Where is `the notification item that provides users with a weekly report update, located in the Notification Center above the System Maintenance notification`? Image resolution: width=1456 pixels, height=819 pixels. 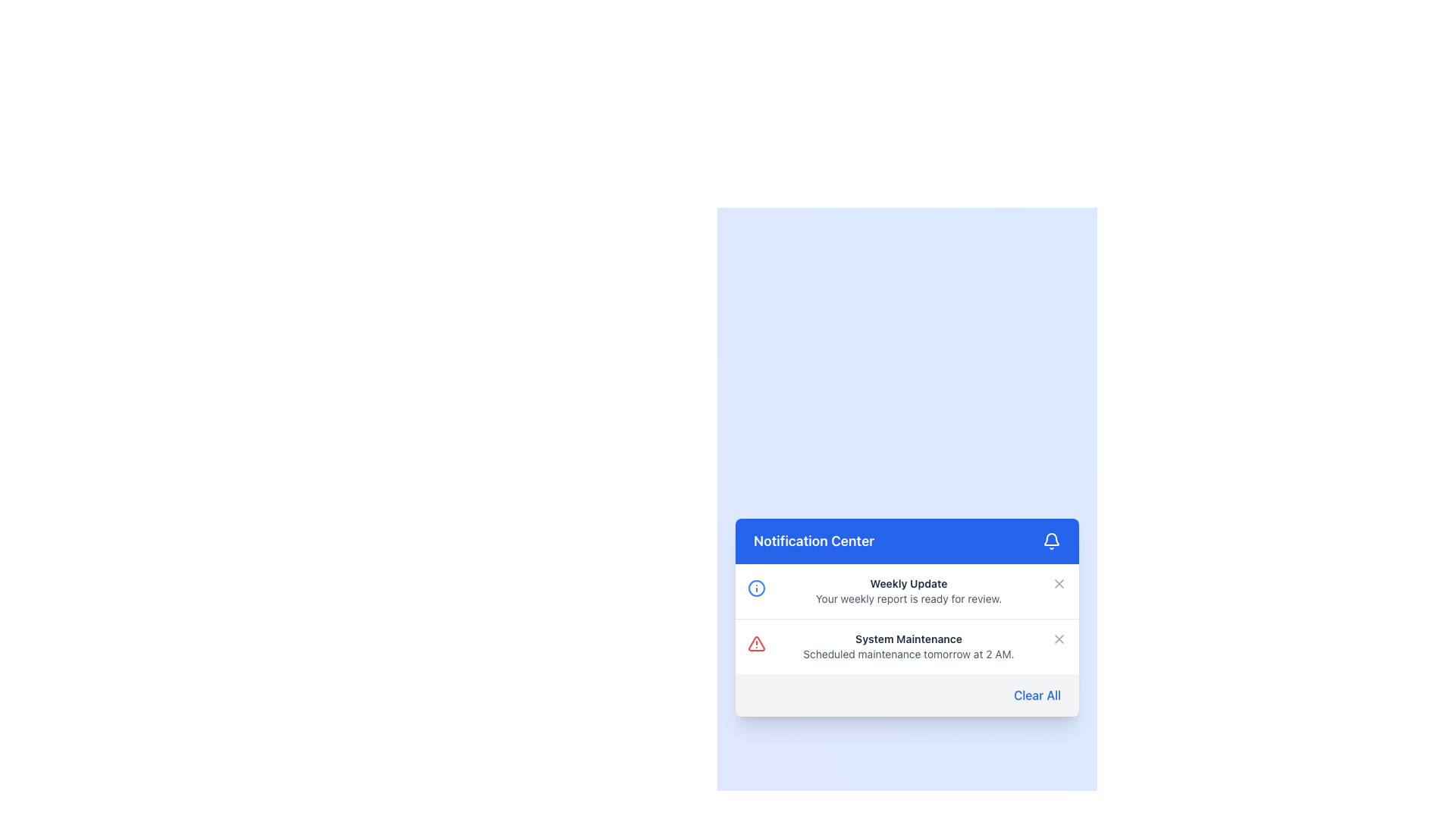
the notification item that provides users with a weekly report update, located in the Notification Center above the System Maintenance notification is located at coordinates (908, 590).